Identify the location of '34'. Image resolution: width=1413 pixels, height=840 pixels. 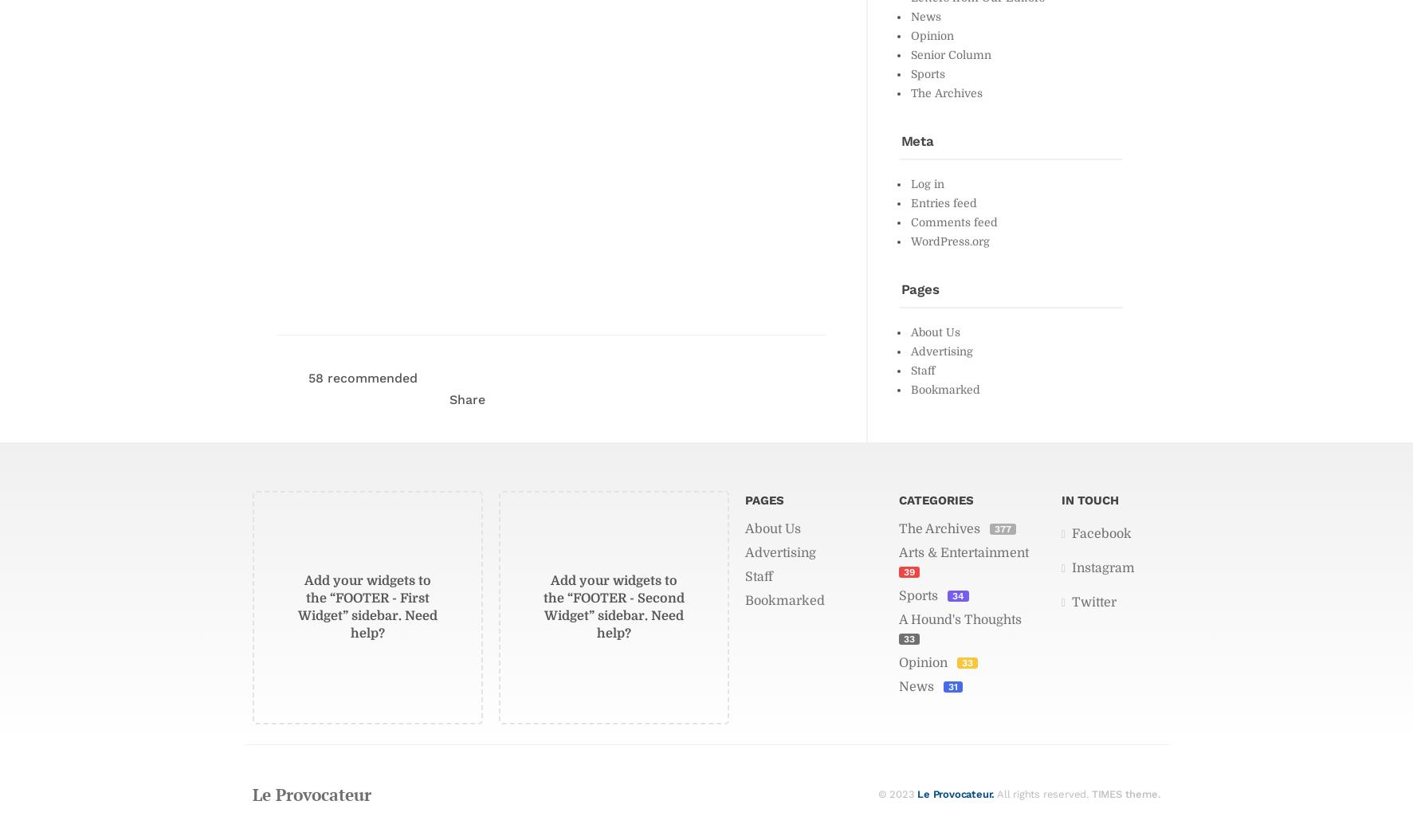
(957, 595).